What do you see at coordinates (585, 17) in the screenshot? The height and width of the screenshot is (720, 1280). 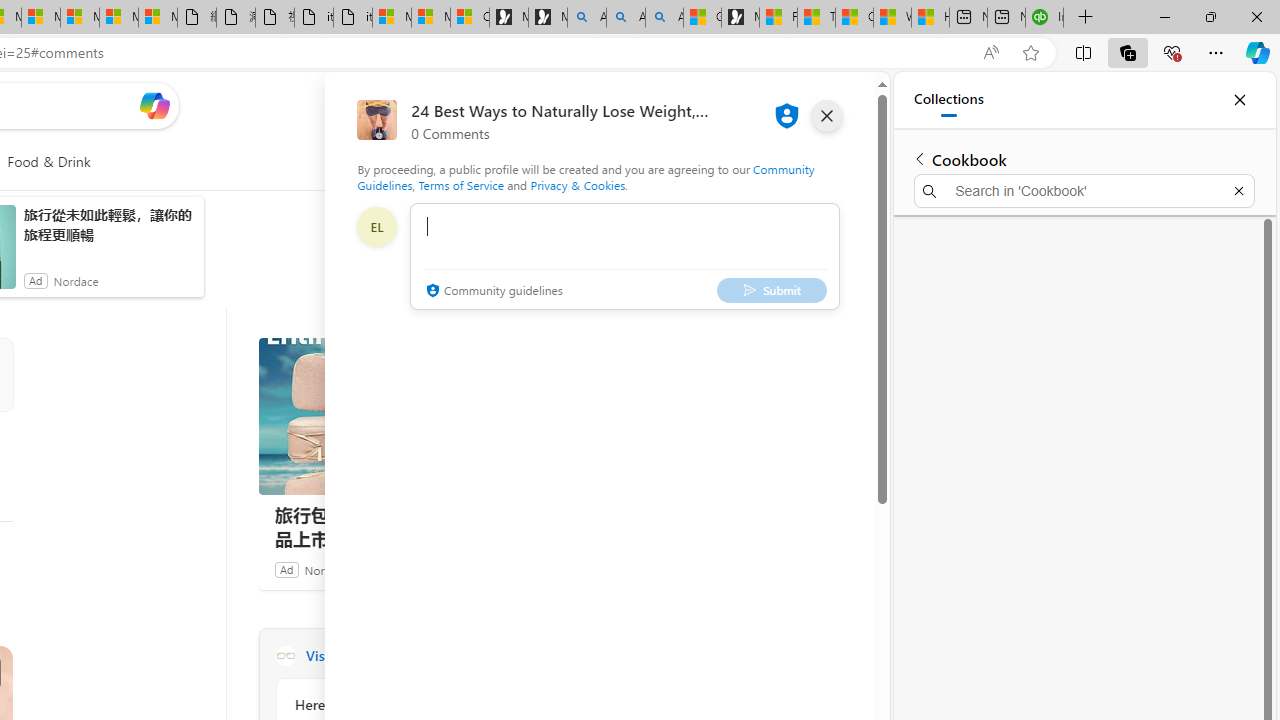 I see `'Alabama high school quarterback dies - Search'` at bounding box center [585, 17].